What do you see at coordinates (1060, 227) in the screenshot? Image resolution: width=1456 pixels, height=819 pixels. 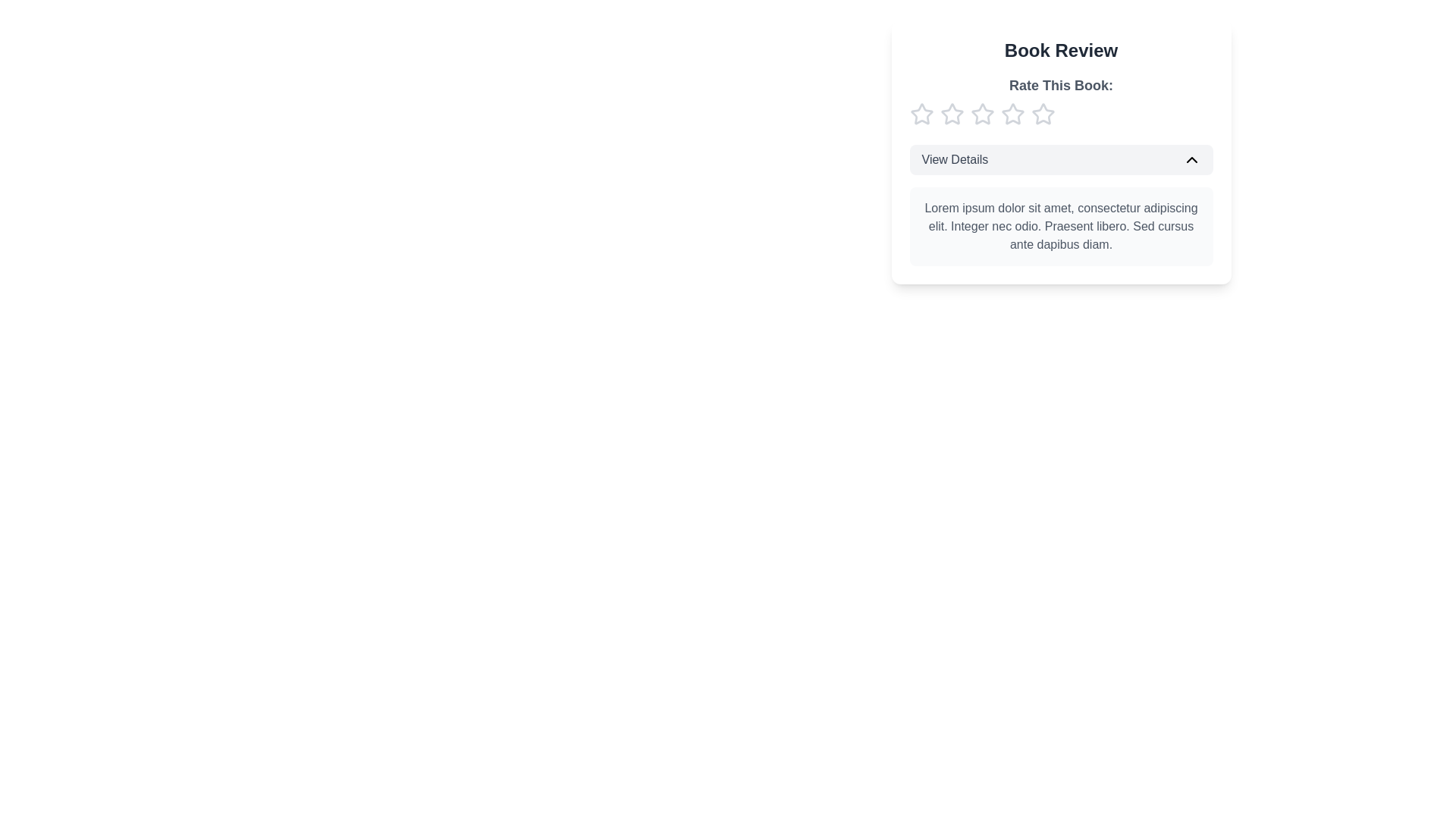 I see `the text block that displays description or placeholder content located beneath the 'View Details' button in the 'Book Review' section` at bounding box center [1060, 227].